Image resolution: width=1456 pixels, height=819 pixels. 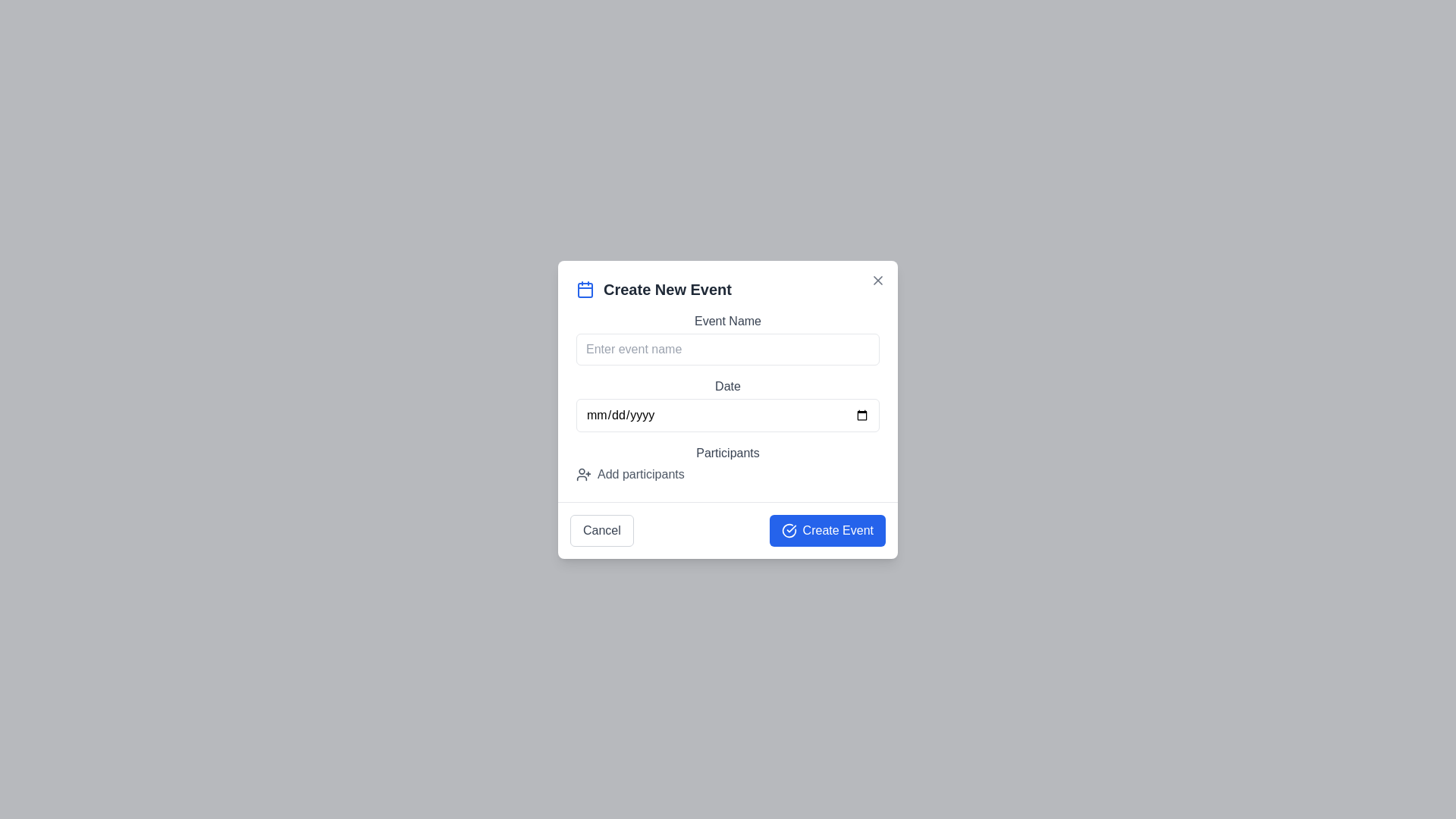 What do you see at coordinates (877, 280) in the screenshot?
I see `the 'X' shaped close icon located in the top-right corner of the 'Create New Event' modal` at bounding box center [877, 280].